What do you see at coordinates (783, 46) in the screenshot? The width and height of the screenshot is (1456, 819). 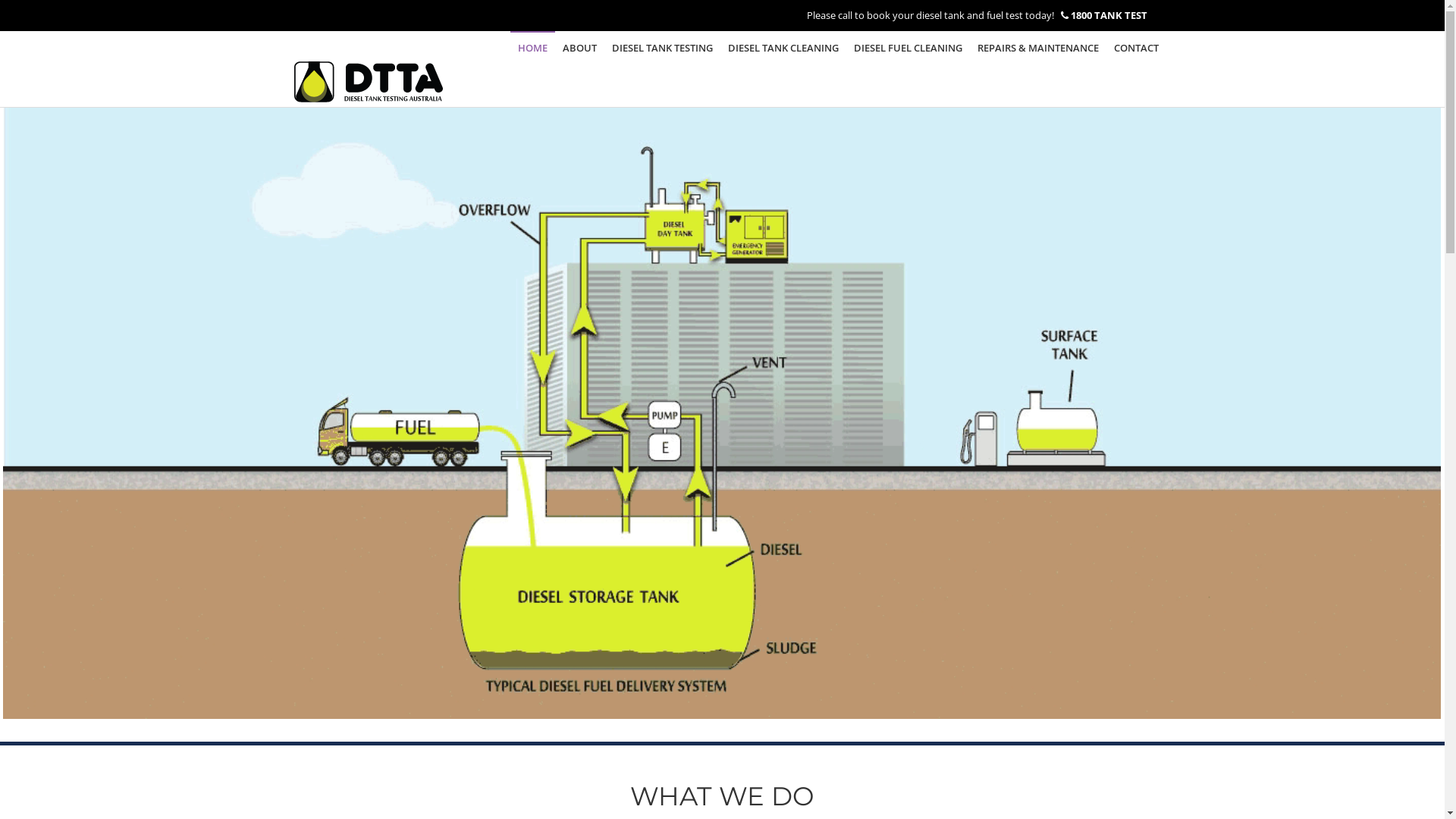 I see `'DIESEL TANK CLEANING'` at bounding box center [783, 46].